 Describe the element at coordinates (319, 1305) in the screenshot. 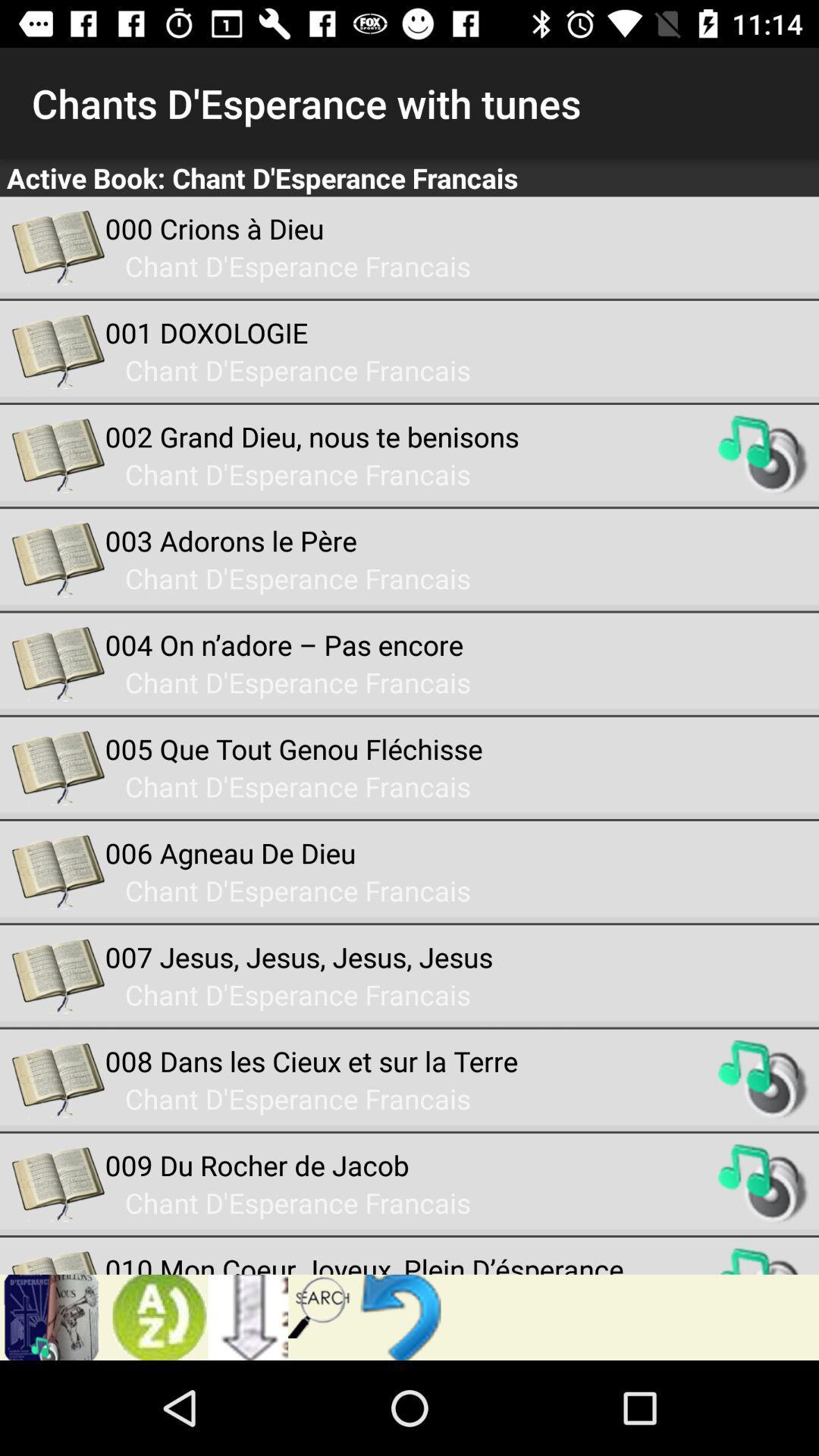

I see `the search icon` at that location.